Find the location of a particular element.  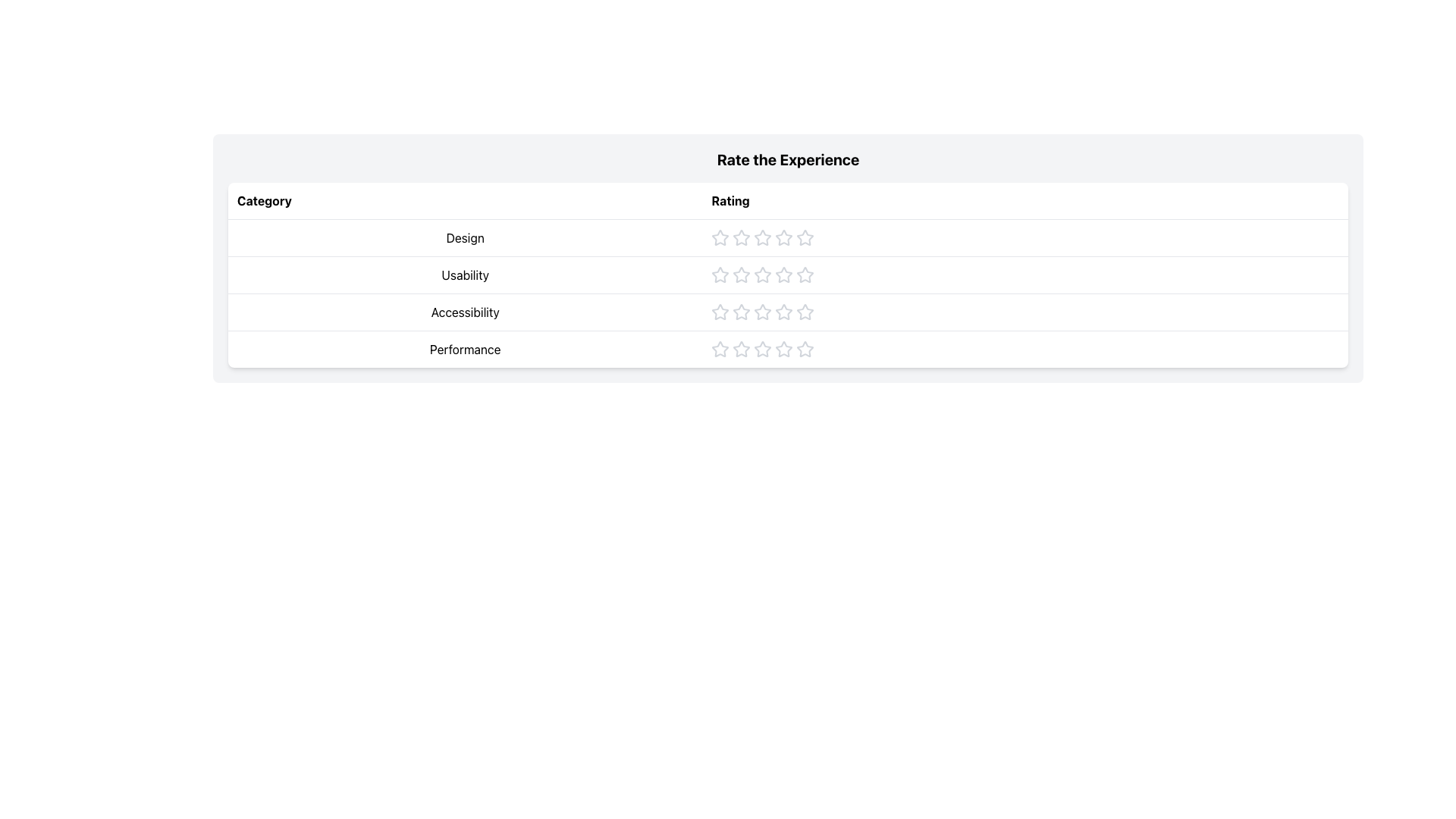

the third star icon in the 'Performance' category is located at coordinates (763, 349).